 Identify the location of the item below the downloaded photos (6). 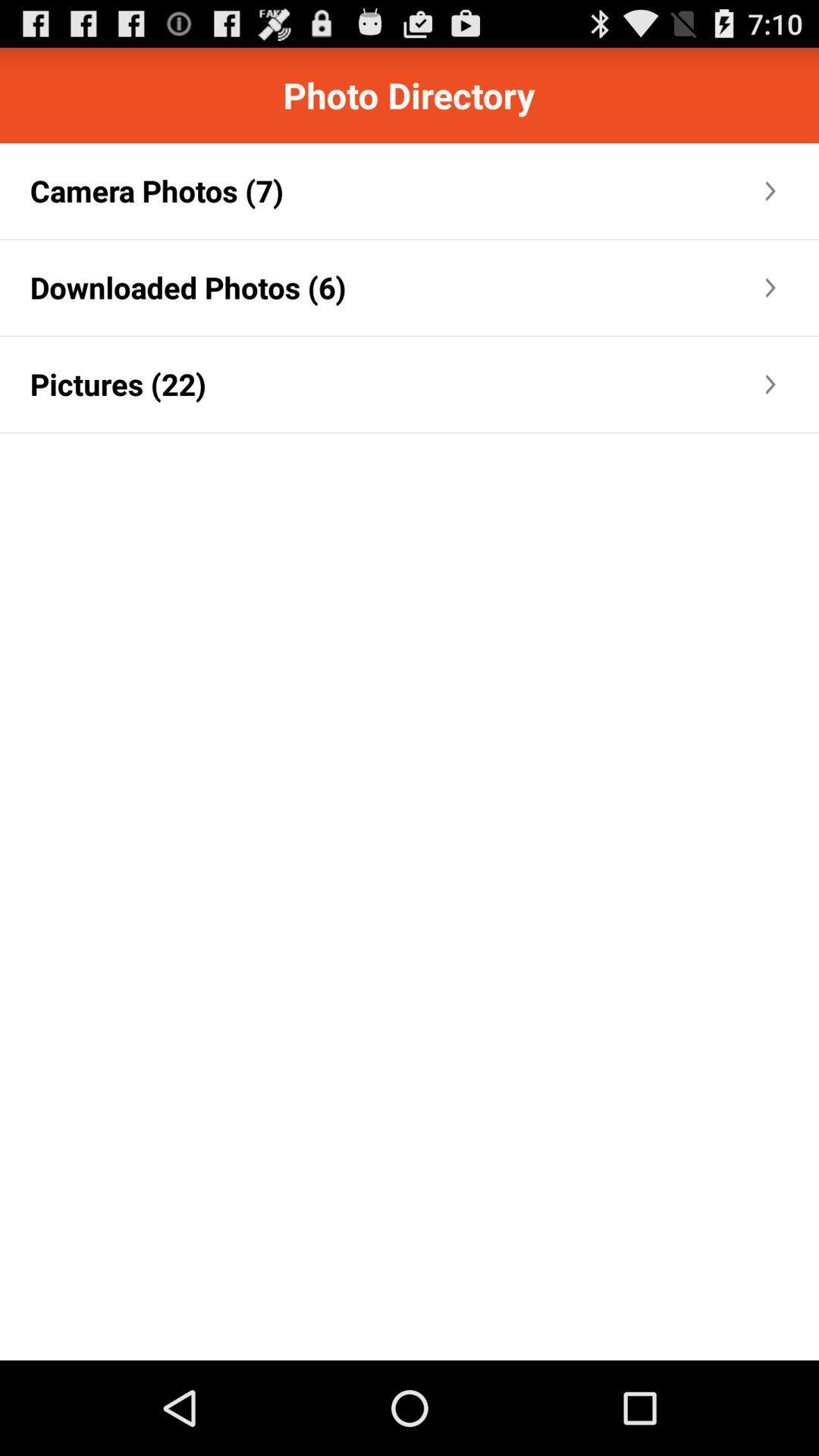
(117, 384).